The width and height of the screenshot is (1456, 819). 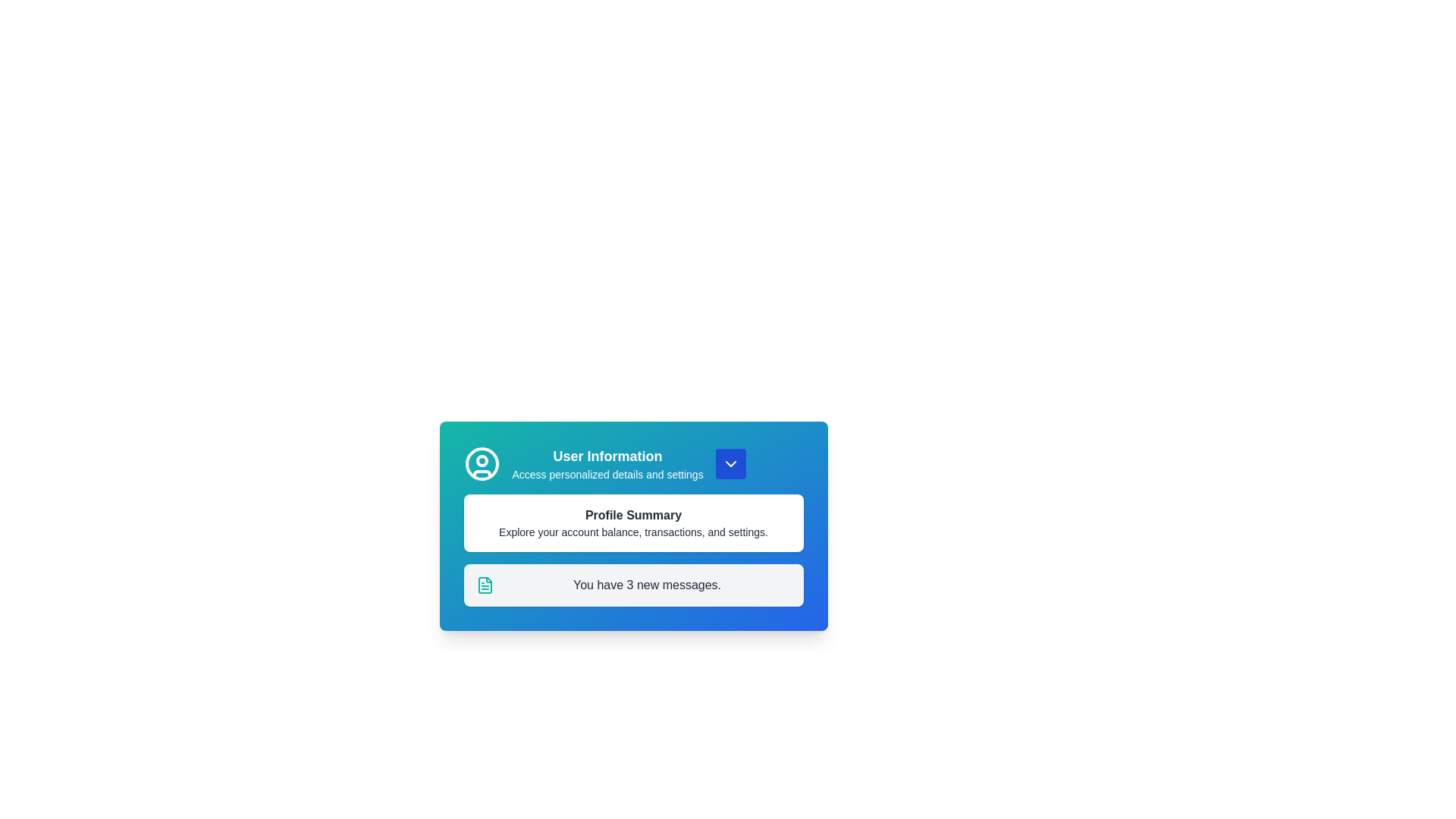 I want to click on the downward chevron icon in the top-right corner of the user information card, so click(x=730, y=463).